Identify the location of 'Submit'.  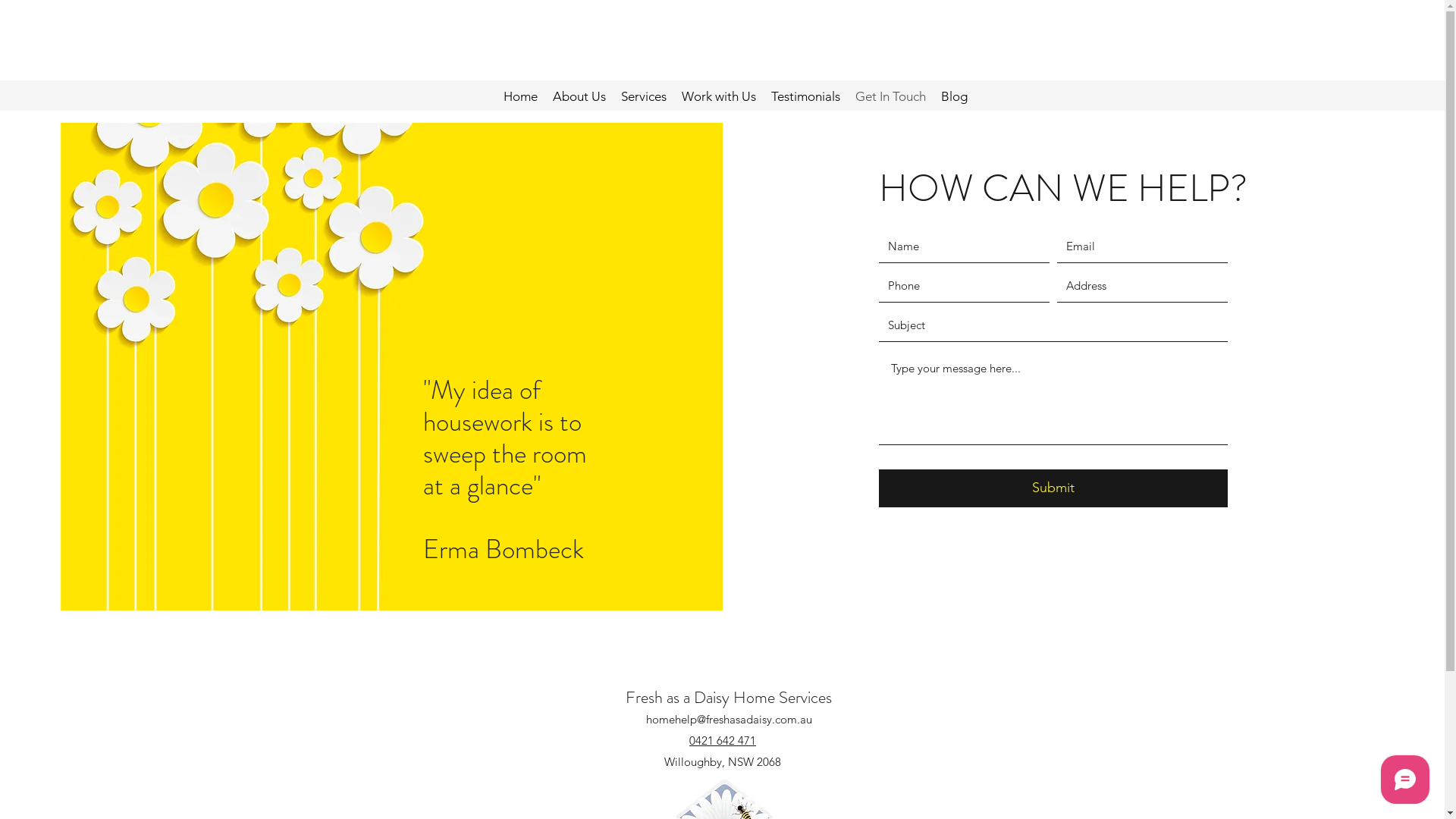
(1052, 488).